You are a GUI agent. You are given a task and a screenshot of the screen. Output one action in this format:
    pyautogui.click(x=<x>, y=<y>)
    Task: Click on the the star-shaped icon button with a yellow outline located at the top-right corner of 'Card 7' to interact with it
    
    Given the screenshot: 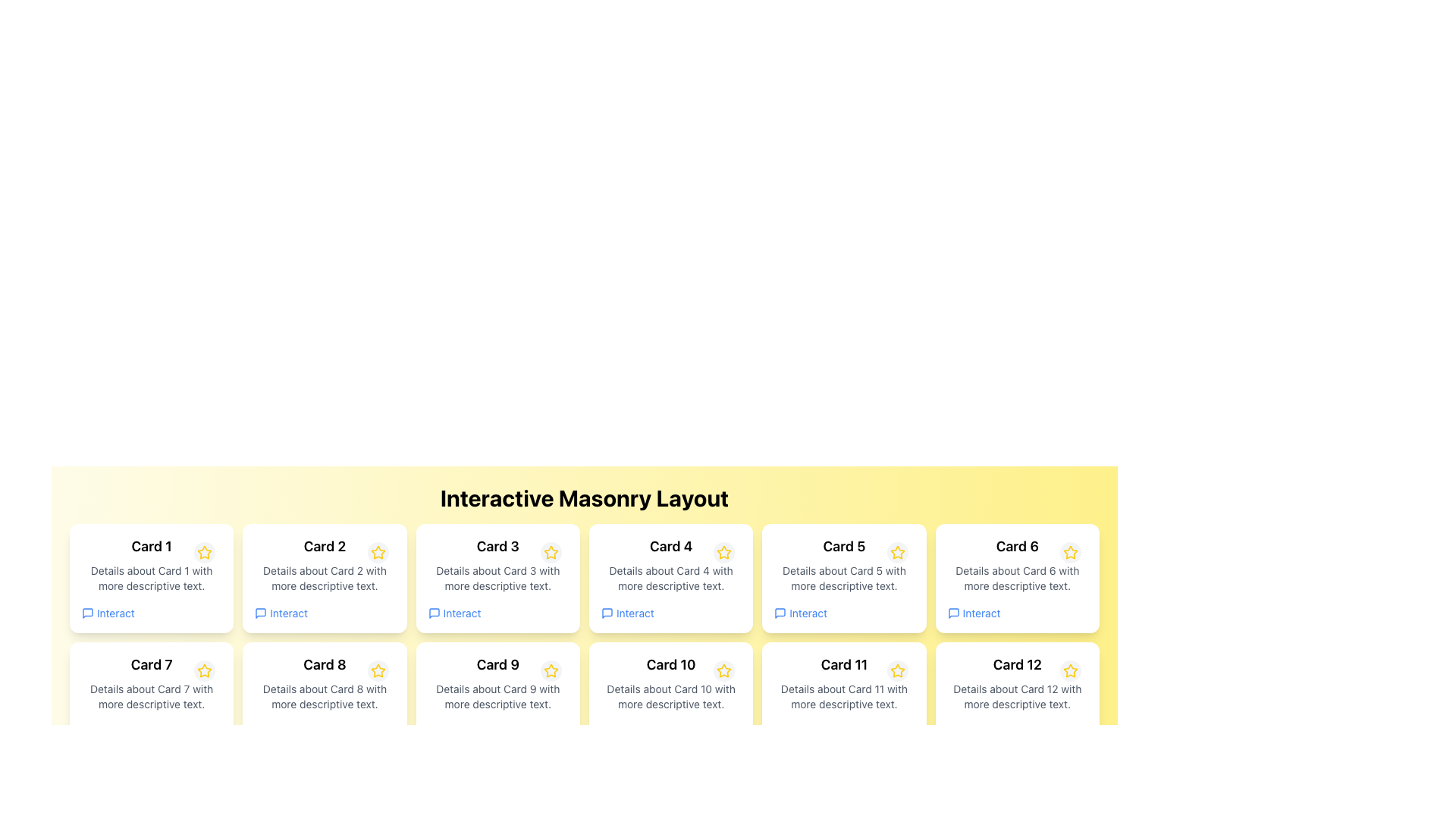 What is the action you would take?
    pyautogui.click(x=204, y=671)
    